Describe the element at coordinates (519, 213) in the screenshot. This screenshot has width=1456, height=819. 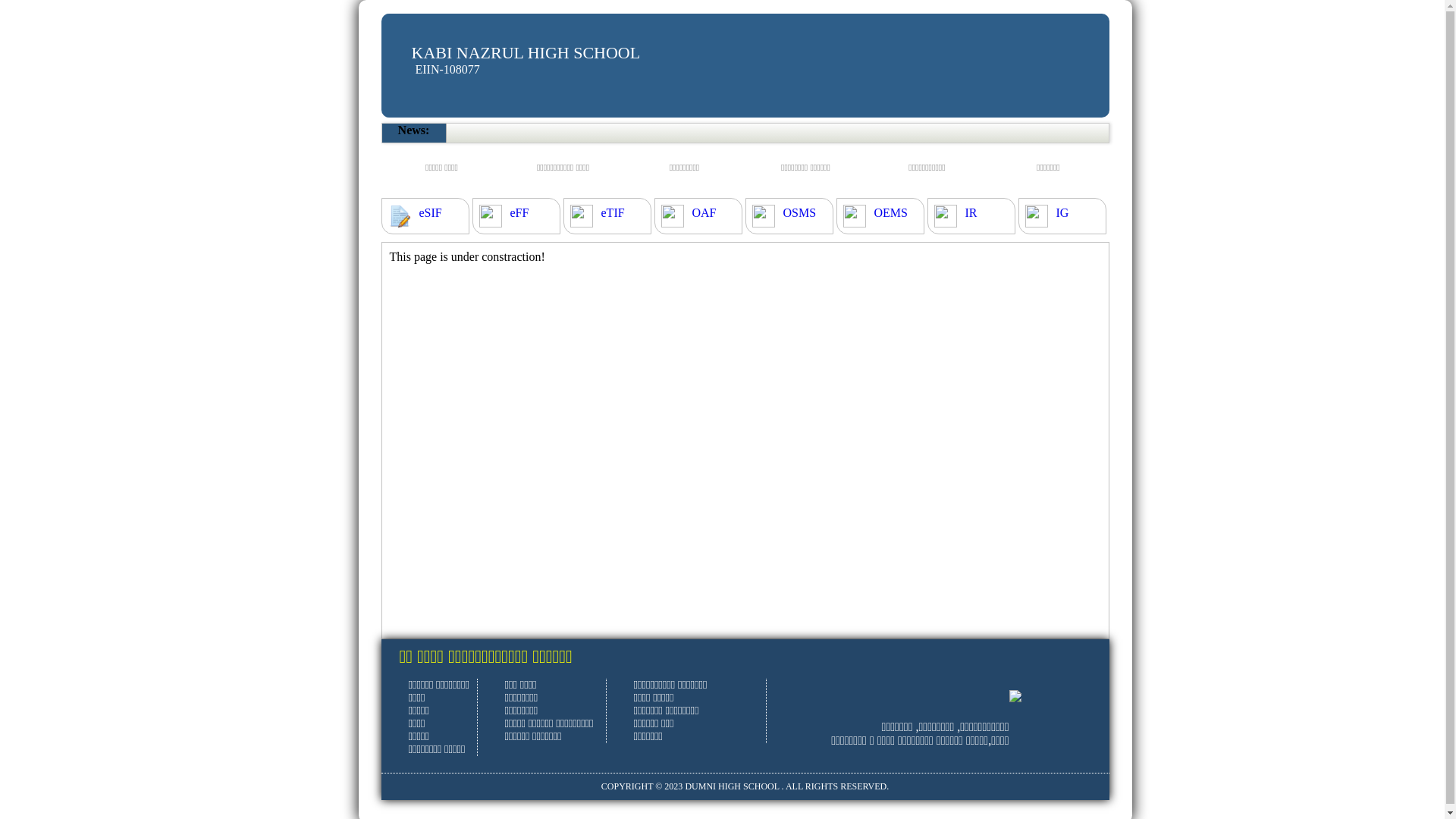
I see `'eFF'` at that location.